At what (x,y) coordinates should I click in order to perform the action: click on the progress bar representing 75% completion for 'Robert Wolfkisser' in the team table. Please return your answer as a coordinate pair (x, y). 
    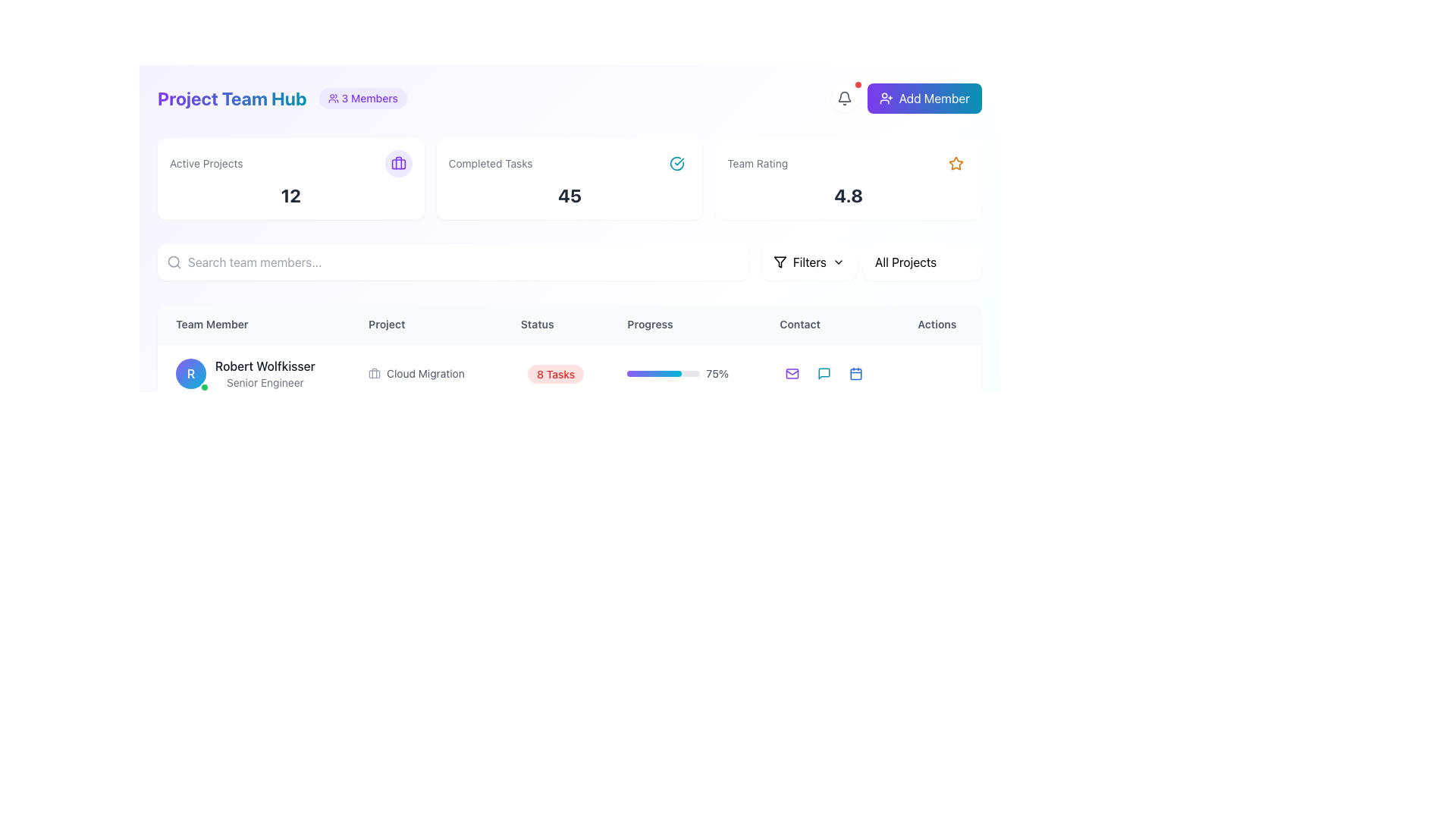
    Looking at the image, I should click on (654, 374).